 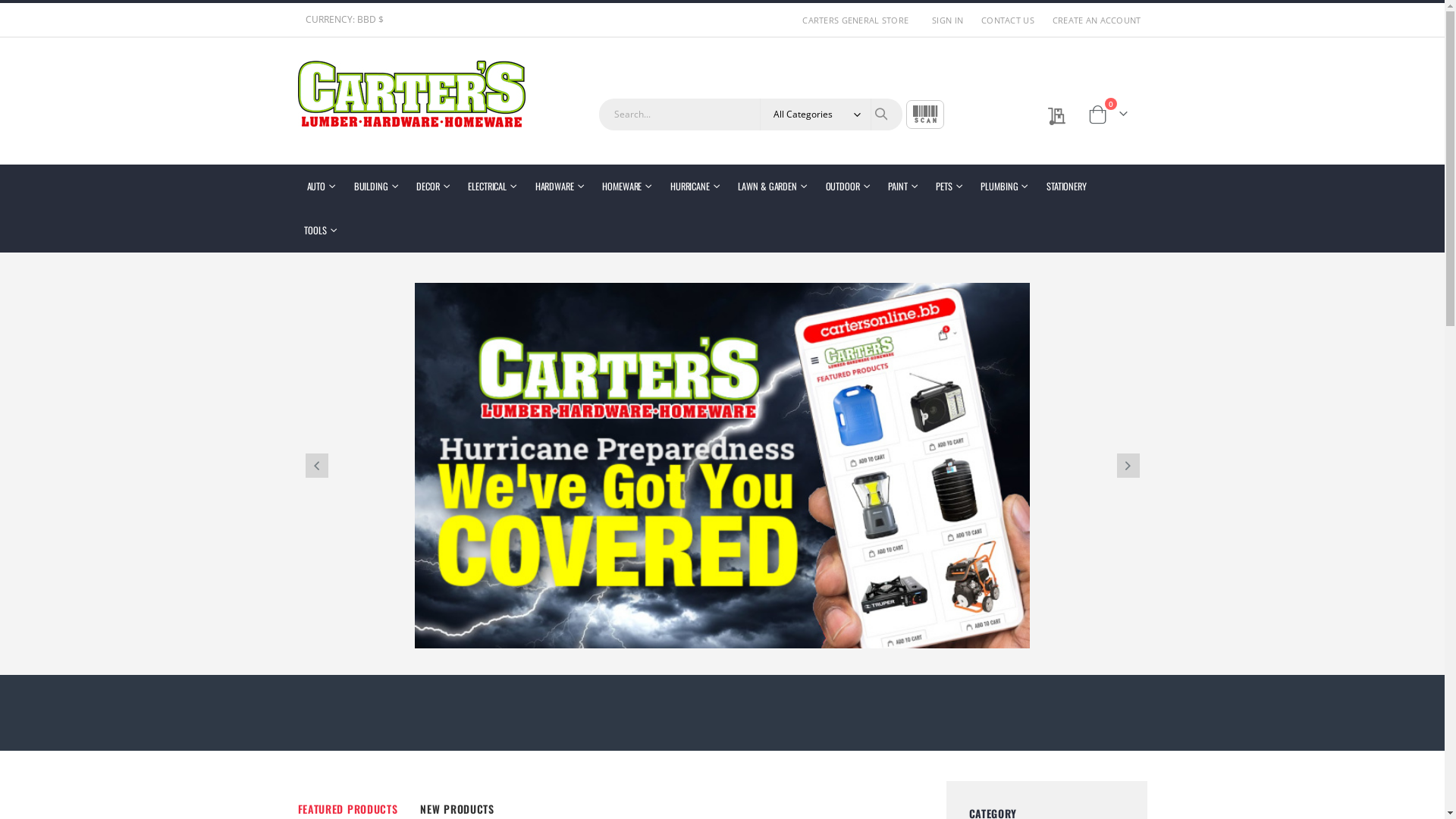 I want to click on 'PLUMBING', so click(x=1004, y=186).